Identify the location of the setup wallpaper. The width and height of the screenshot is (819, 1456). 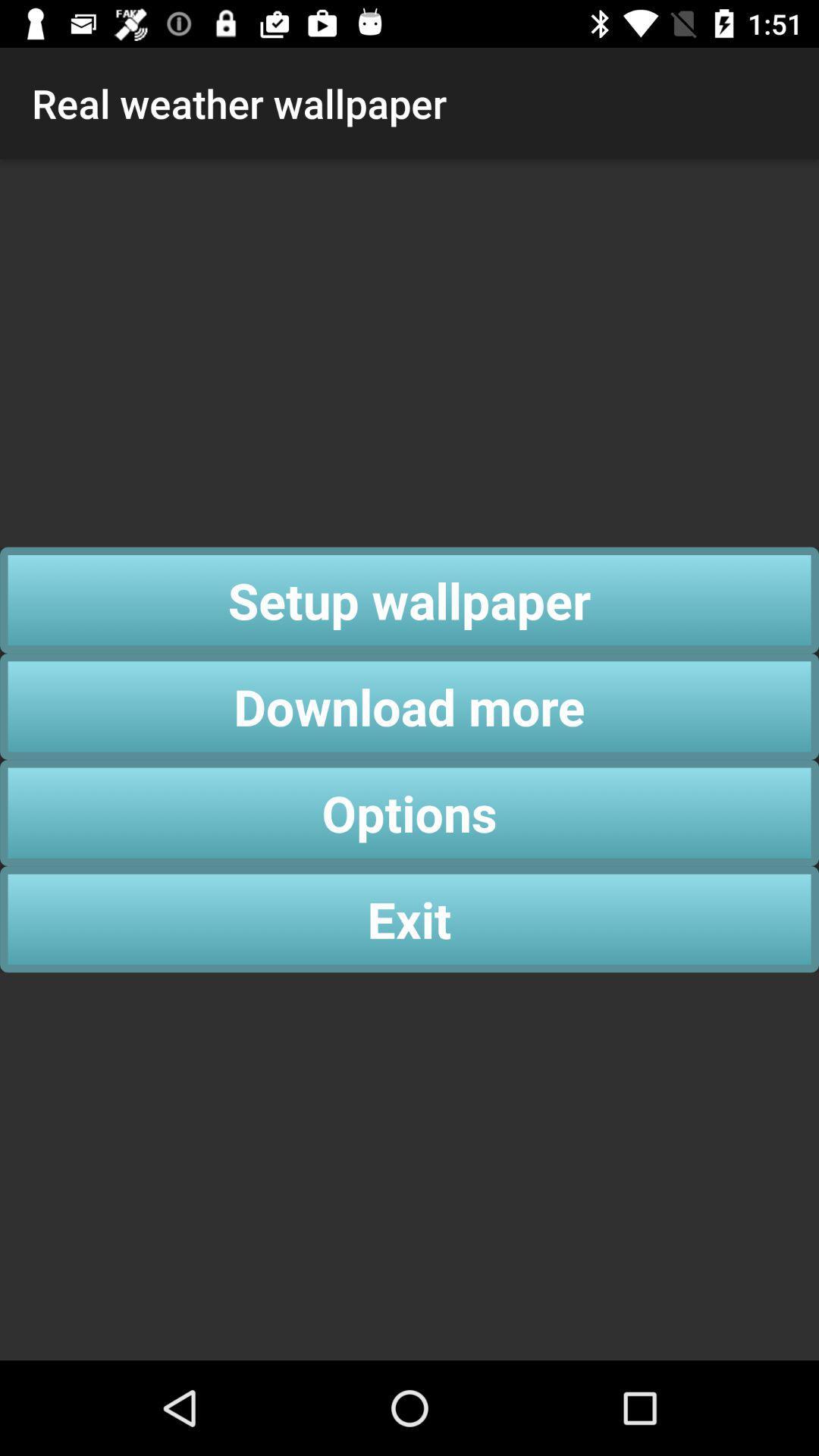
(409, 599).